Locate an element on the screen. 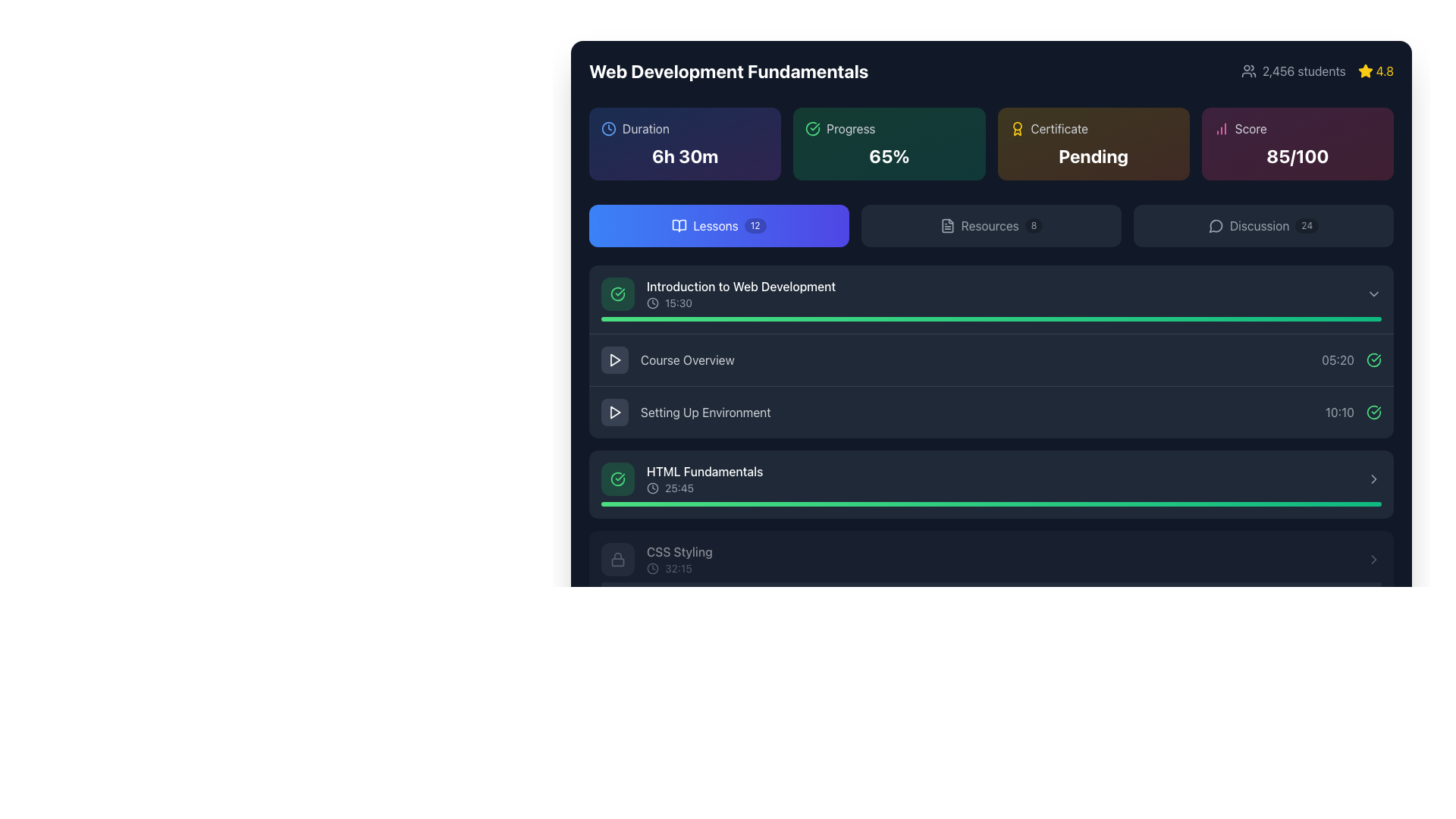 Image resolution: width=1456 pixels, height=819 pixels. the status of the padlock icon next to the 'CSS Styling' label, which is a light gray rounded lock icon located at the bottom of the list is located at coordinates (618, 559).